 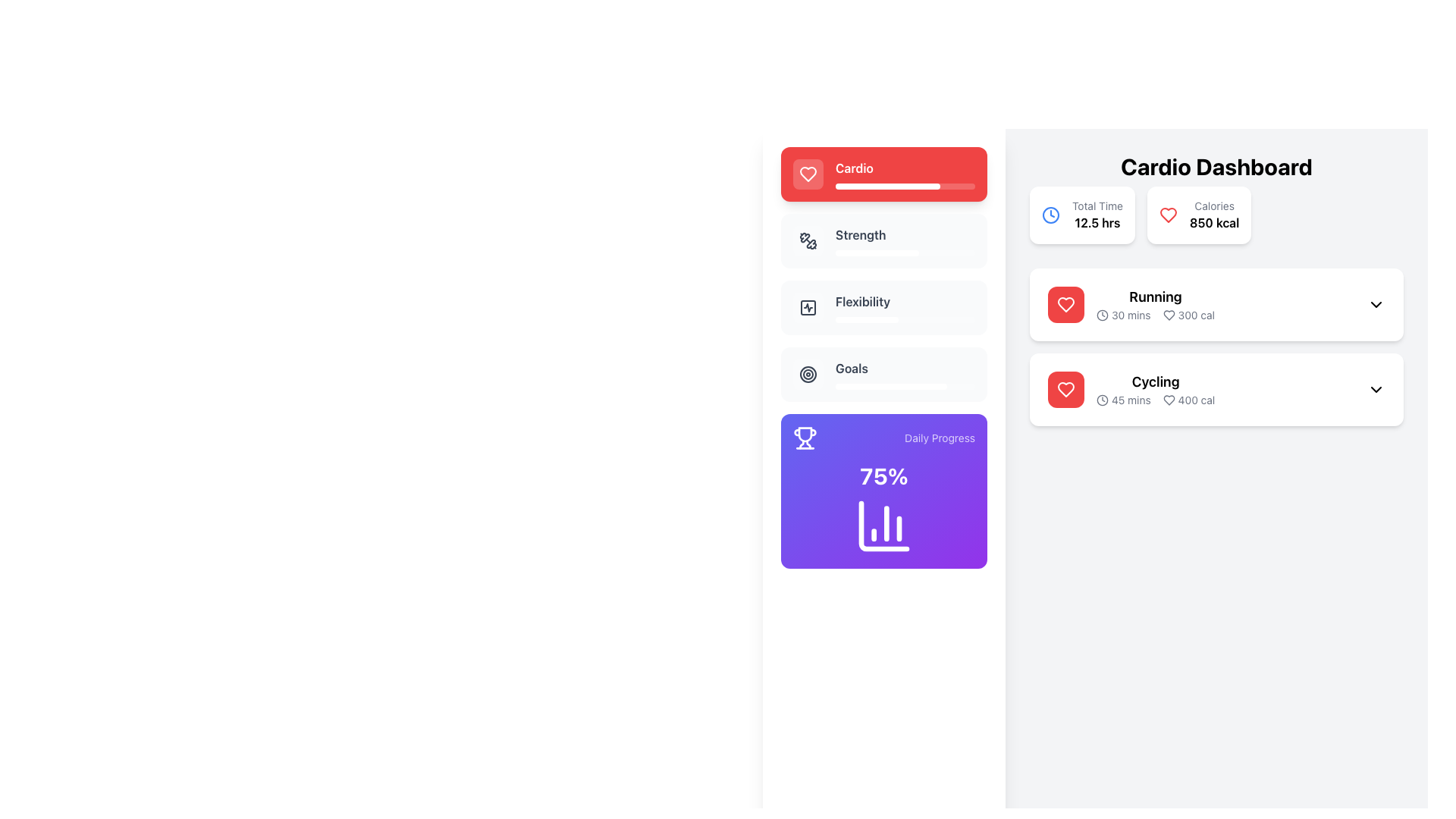 I want to click on the down chevron icon toggle button located in the 'Cycling' section, so click(x=1376, y=388).